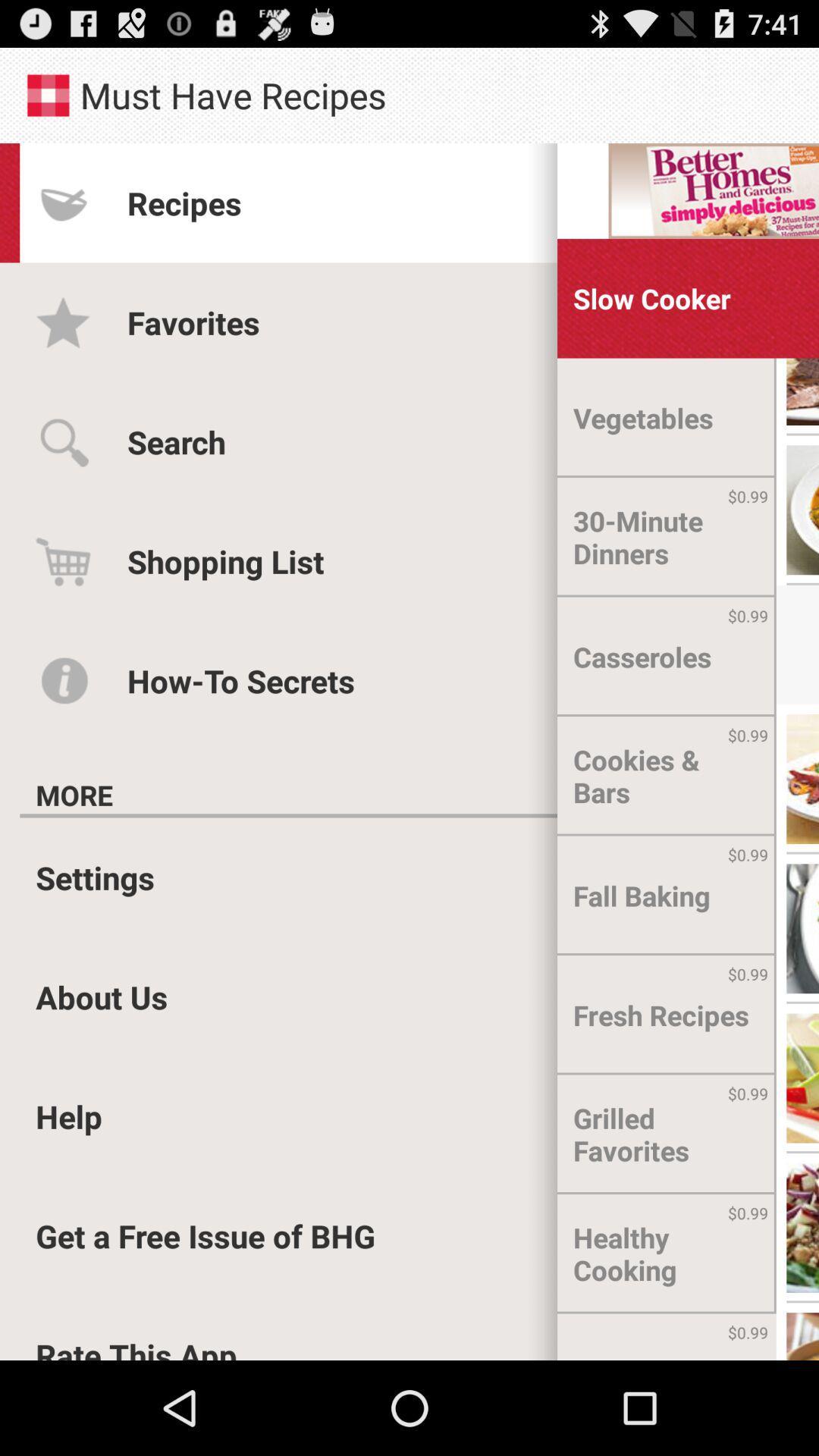 The height and width of the screenshot is (1456, 819). What do you see at coordinates (666, 1134) in the screenshot?
I see `the grilled favorites icon` at bounding box center [666, 1134].